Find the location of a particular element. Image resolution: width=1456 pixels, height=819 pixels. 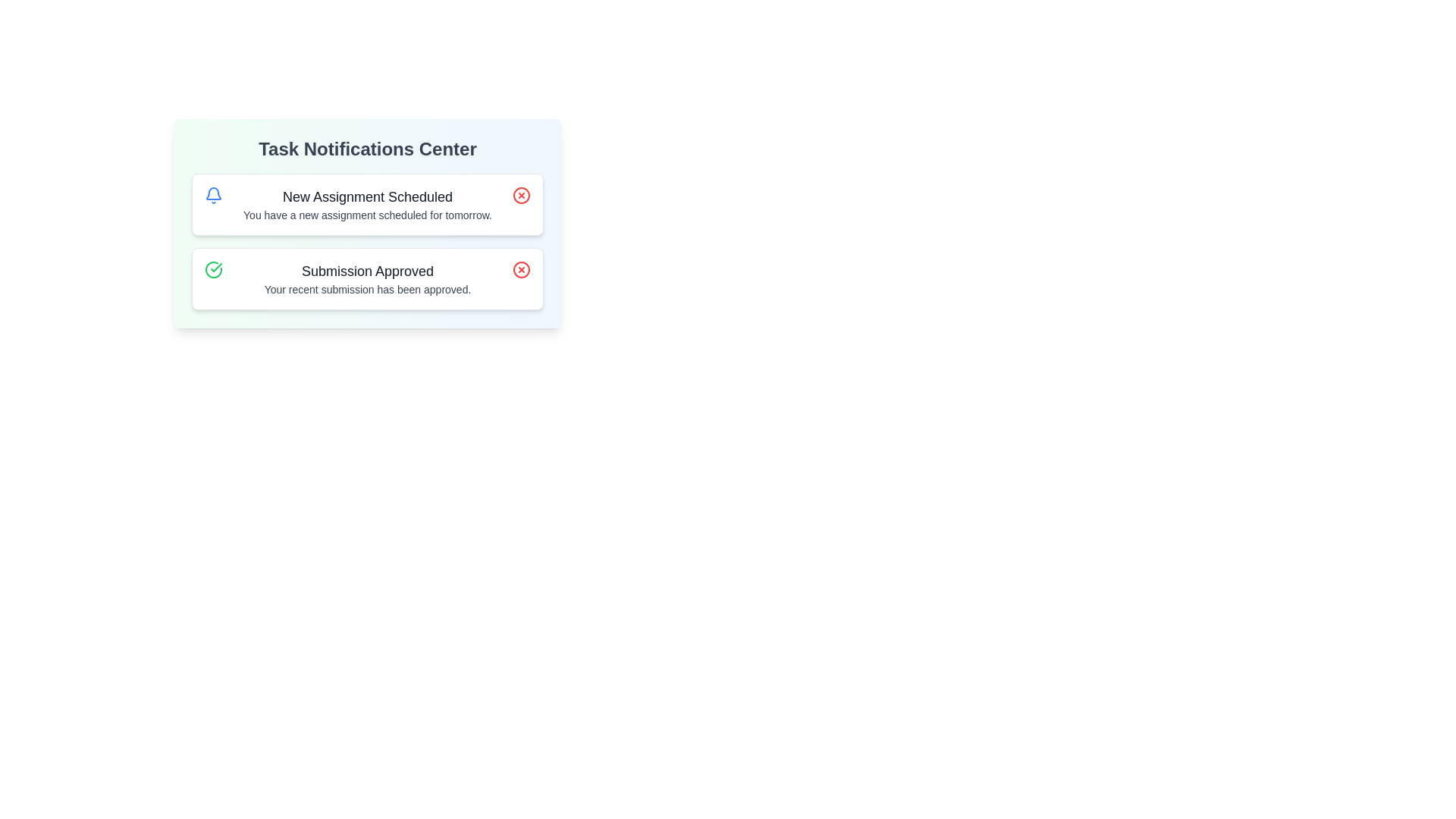

the close button for the notification titled 'Submission Approved' is located at coordinates (521, 268).